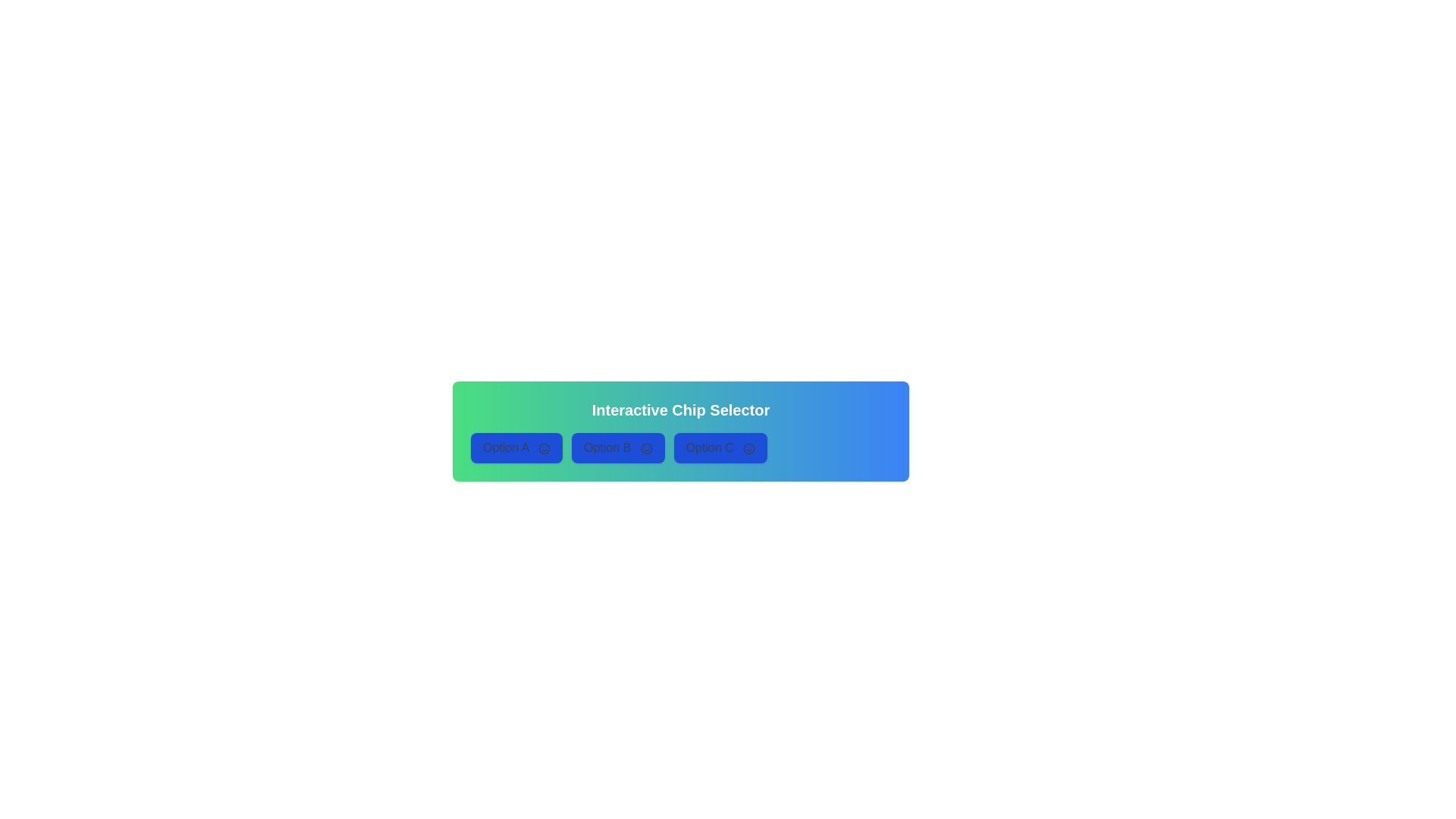 The height and width of the screenshot is (819, 1456). What do you see at coordinates (516, 447) in the screenshot?
I see `the option Option A by clicking on its respective button` at bounding box center [516, 447].